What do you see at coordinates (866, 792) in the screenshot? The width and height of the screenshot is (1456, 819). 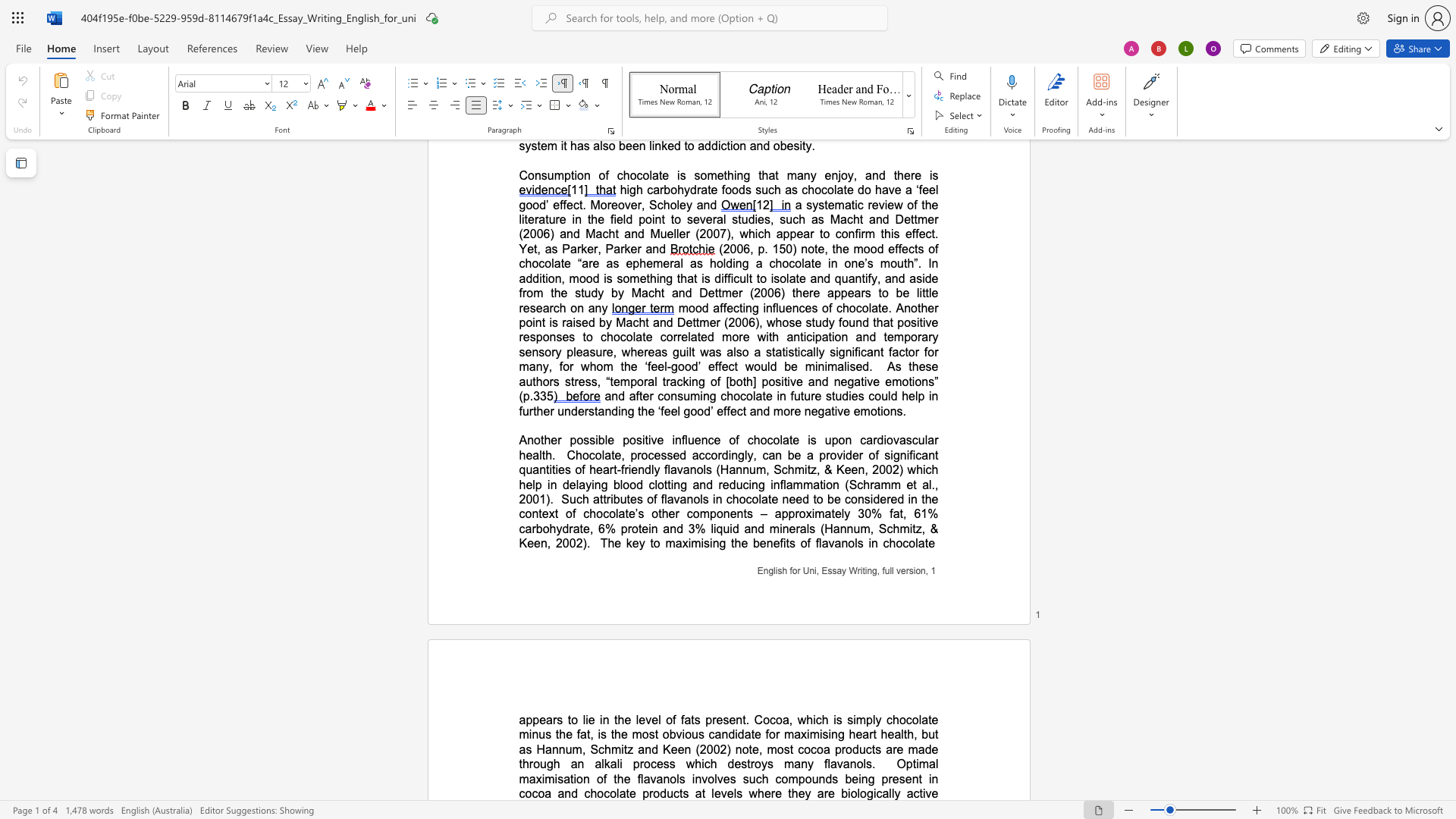 I see `the space between the continuous character "o" and "g" in the text` at bounding box center [866, 792].